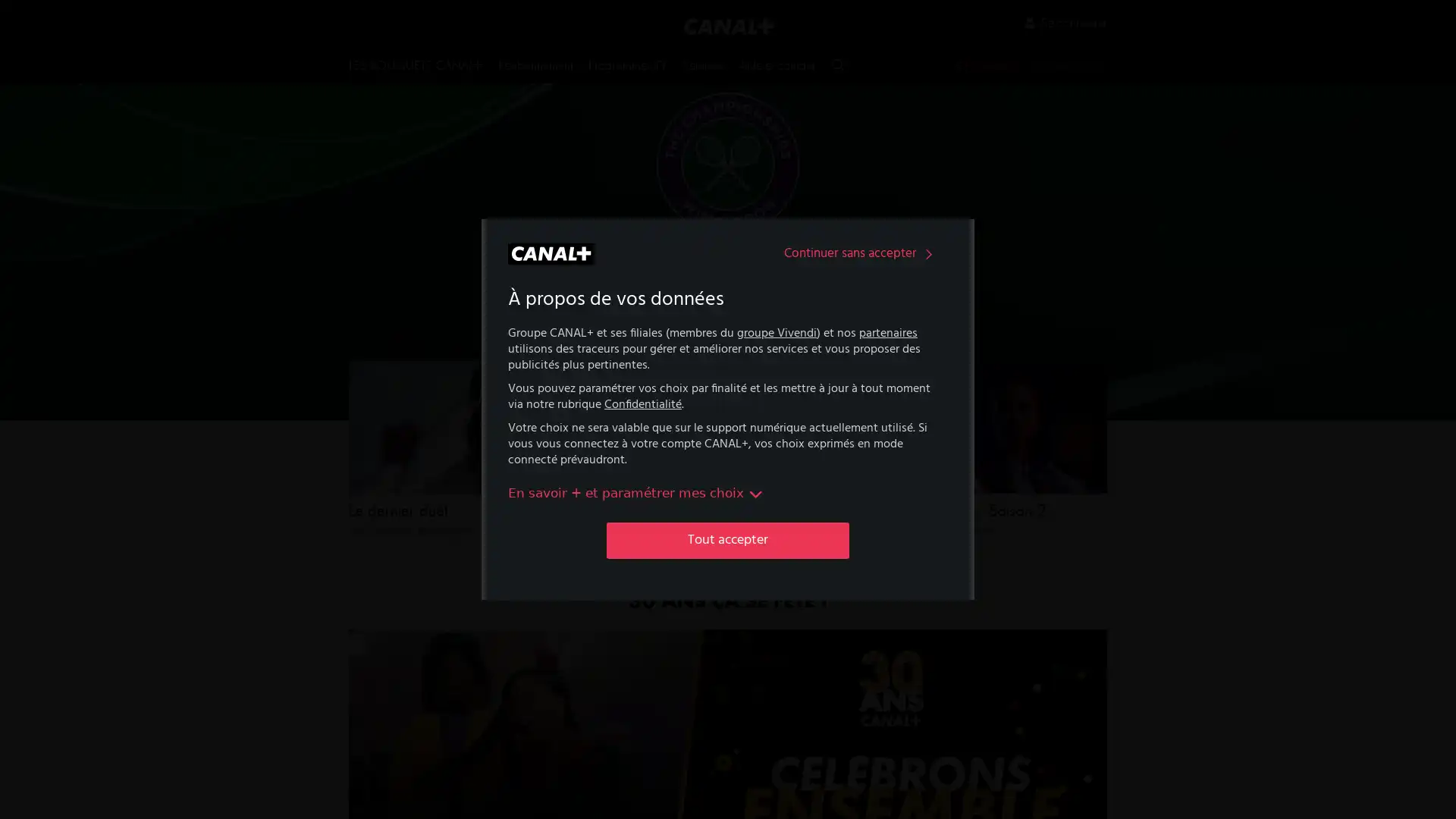 Image resolution: width=1456 pixels, height=819 pixels. What do you see at coordinates (728, 315) in the screenshot?
I see `Gabon` at bounding box center [728, 315].